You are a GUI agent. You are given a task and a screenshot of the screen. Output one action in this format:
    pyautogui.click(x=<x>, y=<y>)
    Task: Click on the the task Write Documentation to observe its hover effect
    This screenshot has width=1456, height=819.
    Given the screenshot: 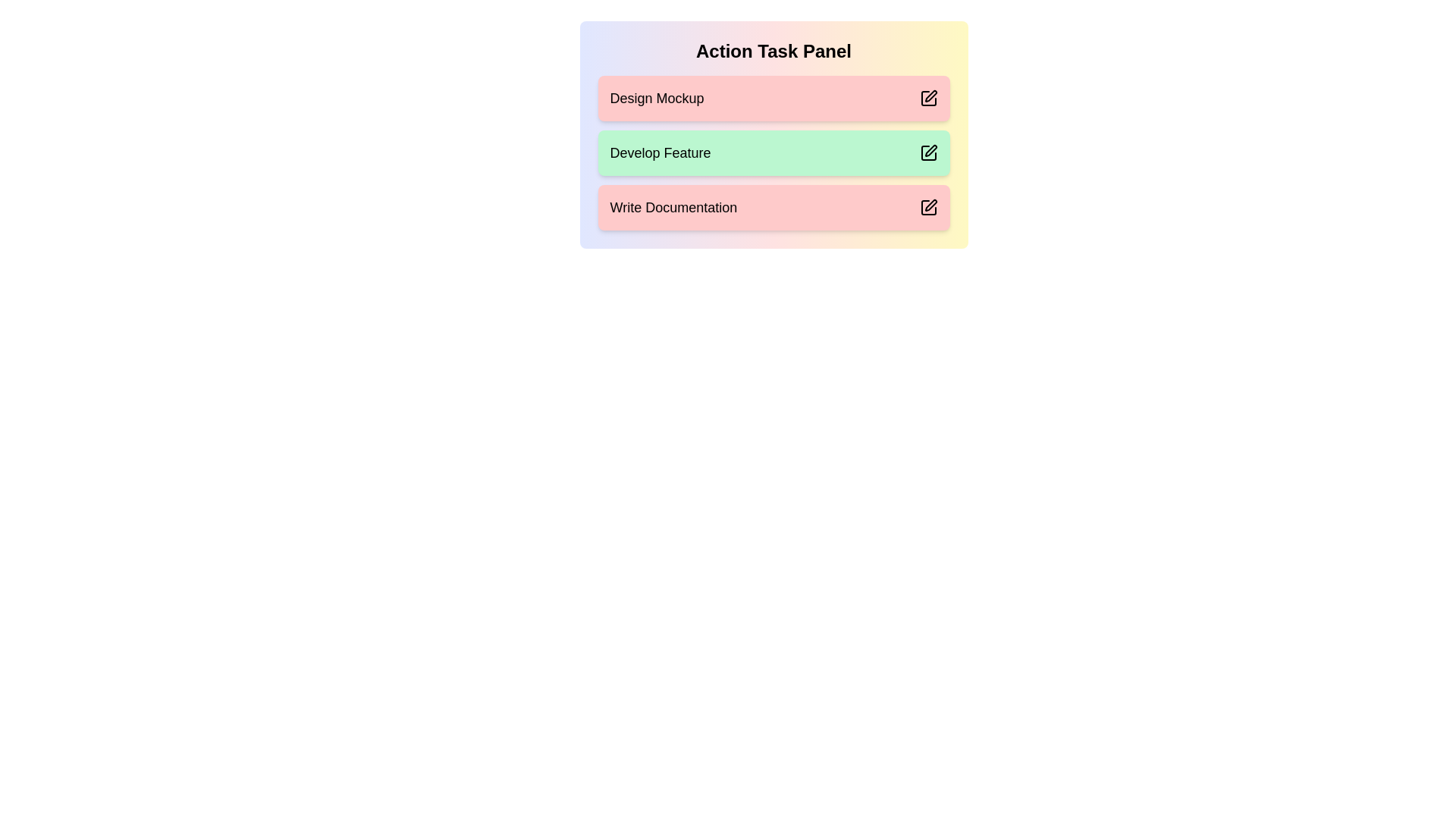 What is the action you would take?
    pyautogui.click(x=773, y=207)
    